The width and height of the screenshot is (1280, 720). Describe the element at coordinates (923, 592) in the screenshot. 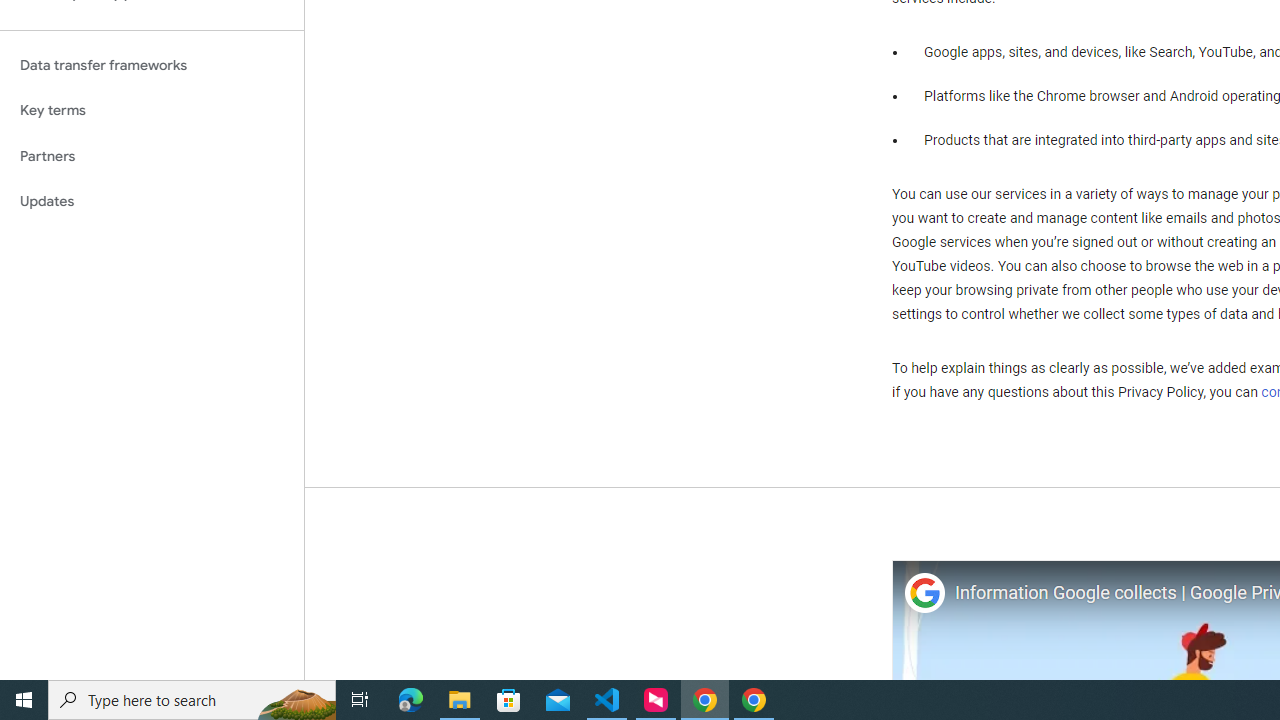

I see `'Photo image of Google'` at that location.